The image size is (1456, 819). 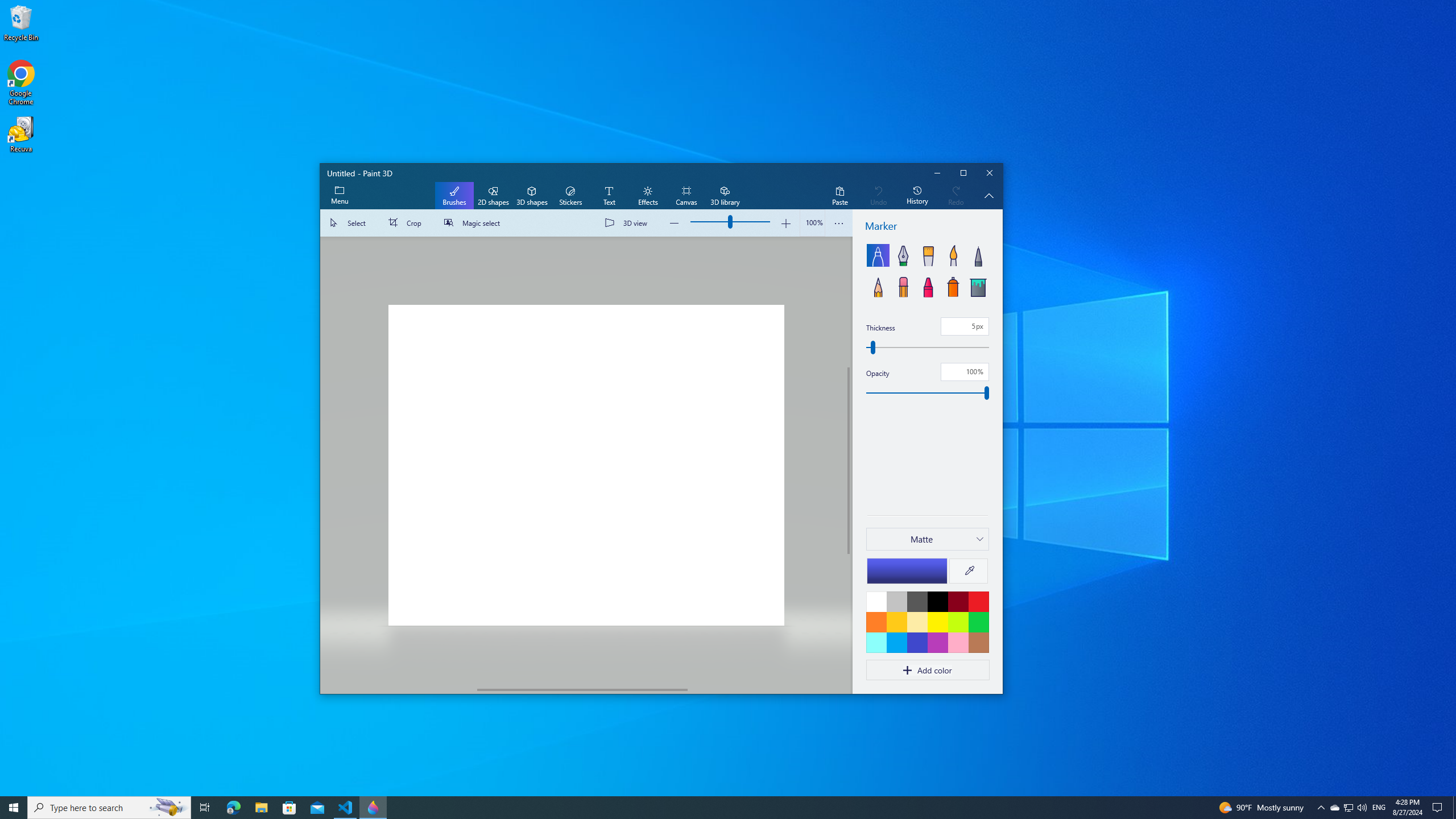 I want to click on 'Crop', so click(x=407, y=222).